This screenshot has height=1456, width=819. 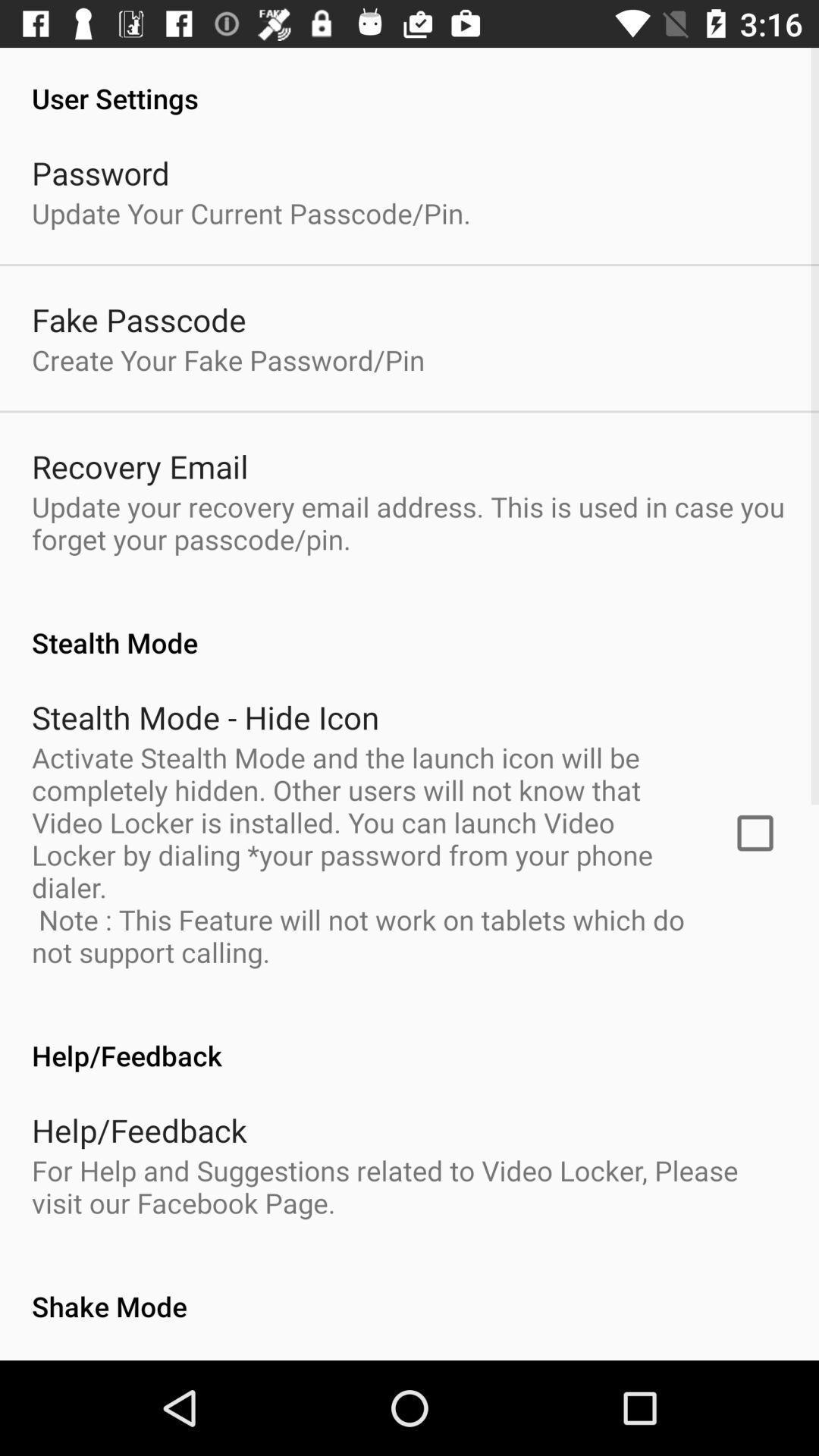 What do you see at coordinates (409, 1289) in the screenshot?
I see `shake mode item` at bounding box center [409, 1289].